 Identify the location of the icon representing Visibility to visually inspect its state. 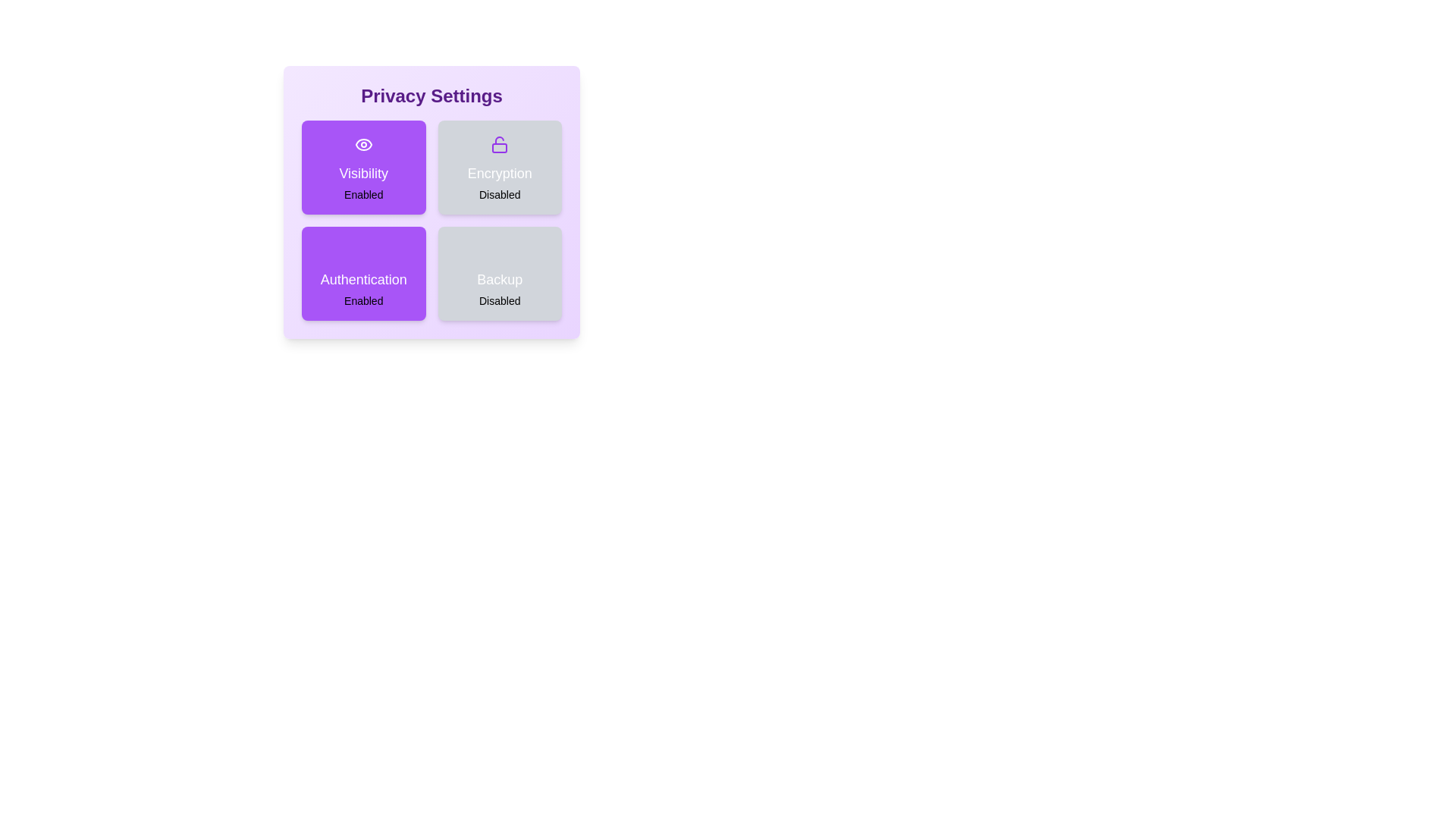
(362, 145).